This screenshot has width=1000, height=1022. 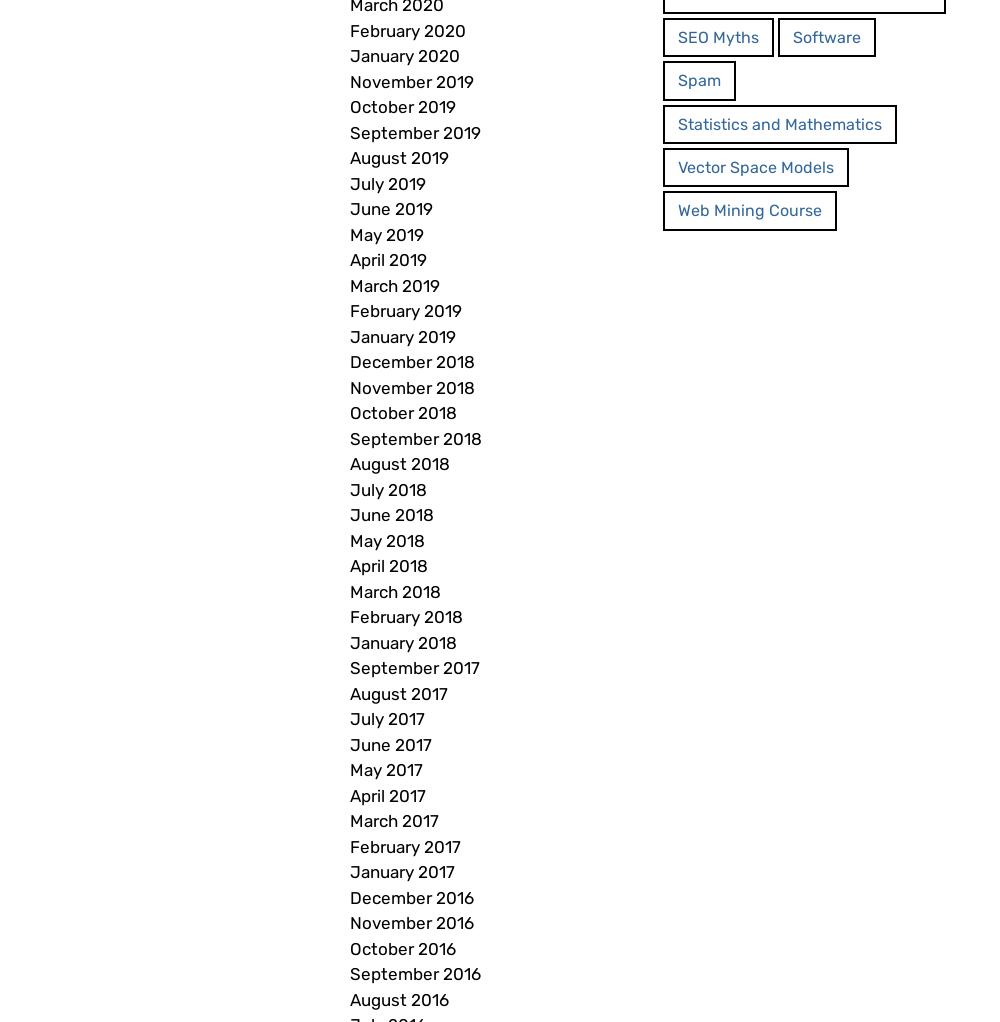 What do you see at coordinates (349, 489) in the screenshot?
I see `'July 2018'` at bounding box center [349, 489].